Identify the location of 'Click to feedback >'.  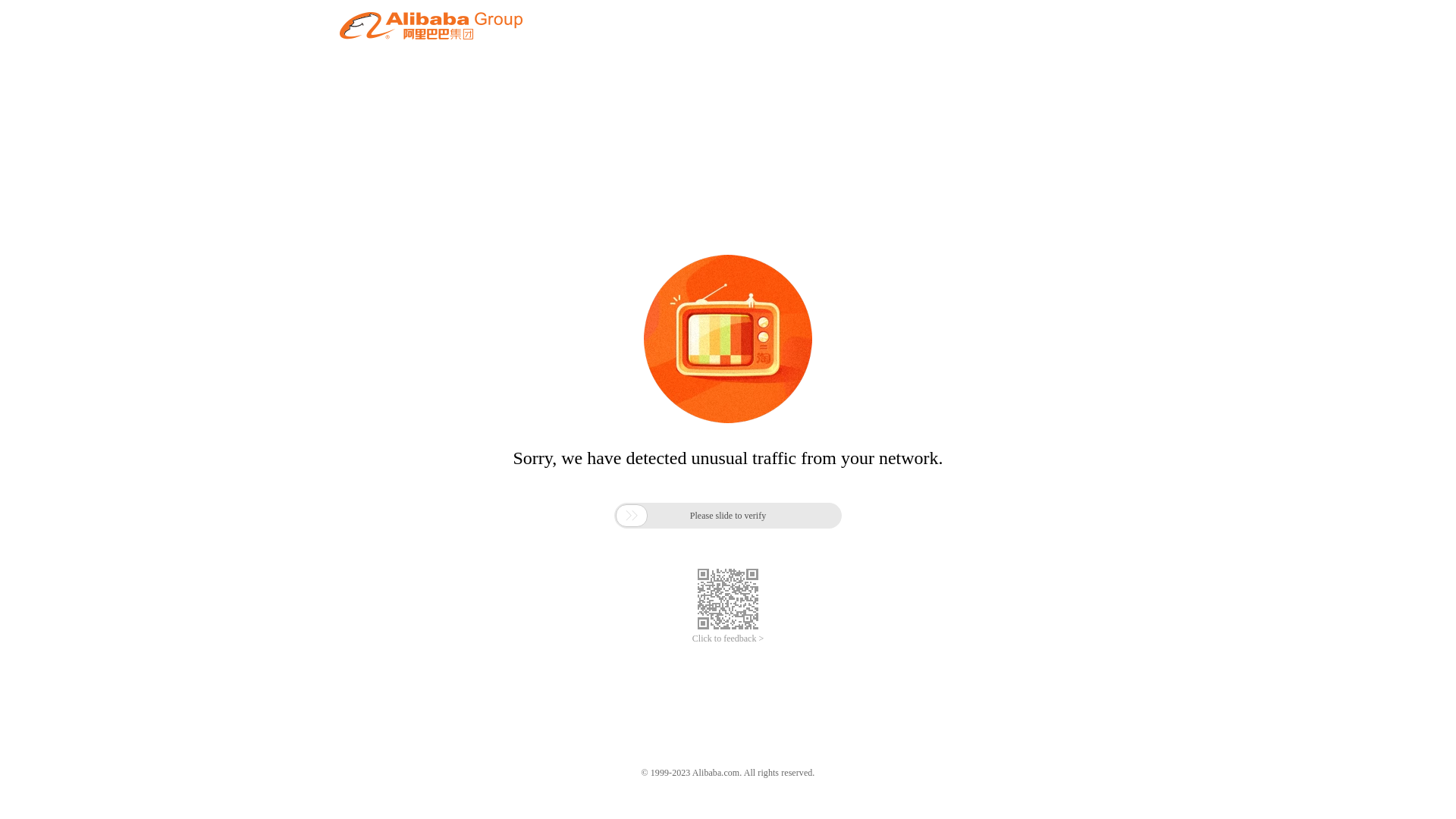
(728, 639).